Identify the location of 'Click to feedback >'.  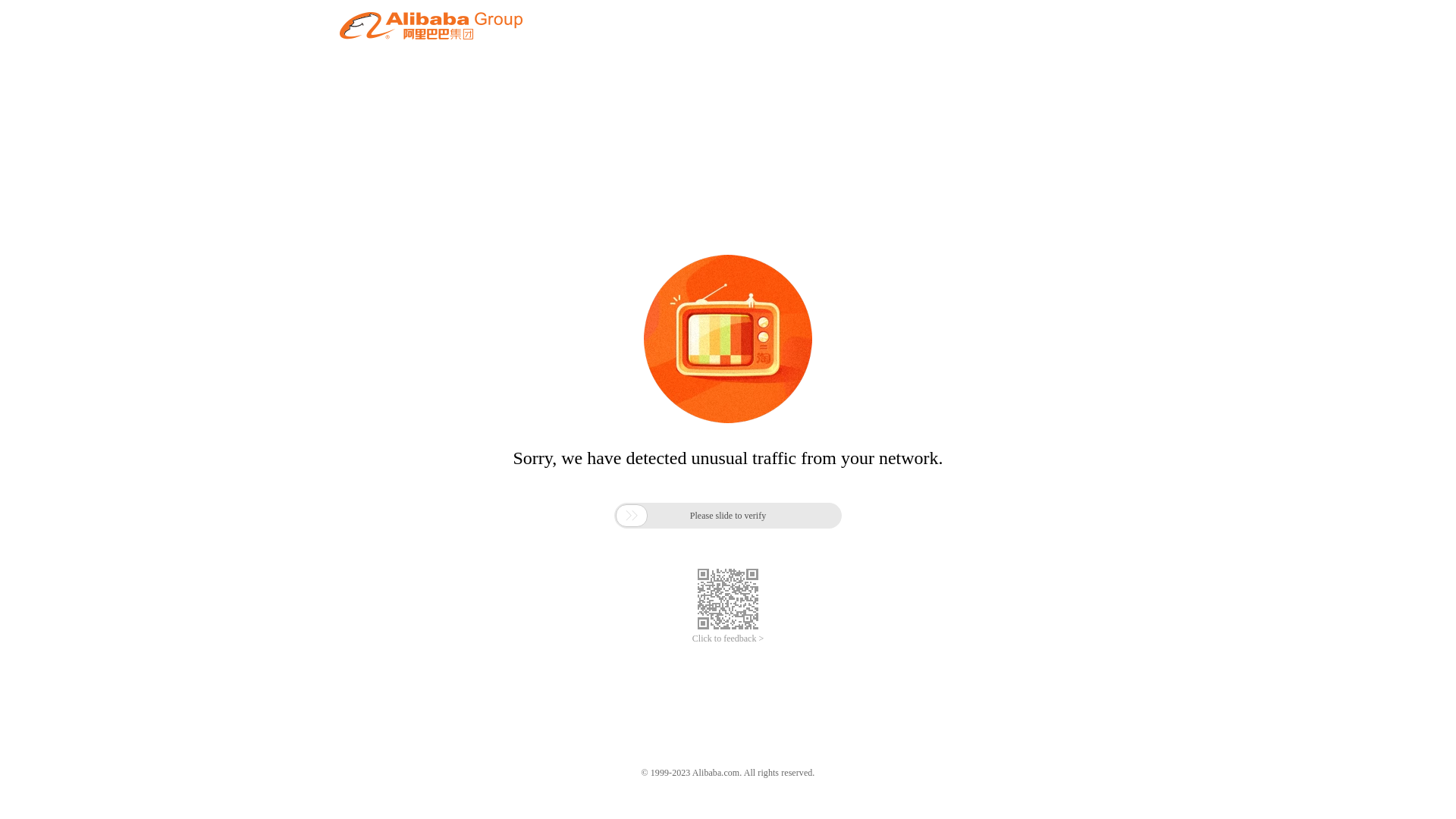
(728, 639).